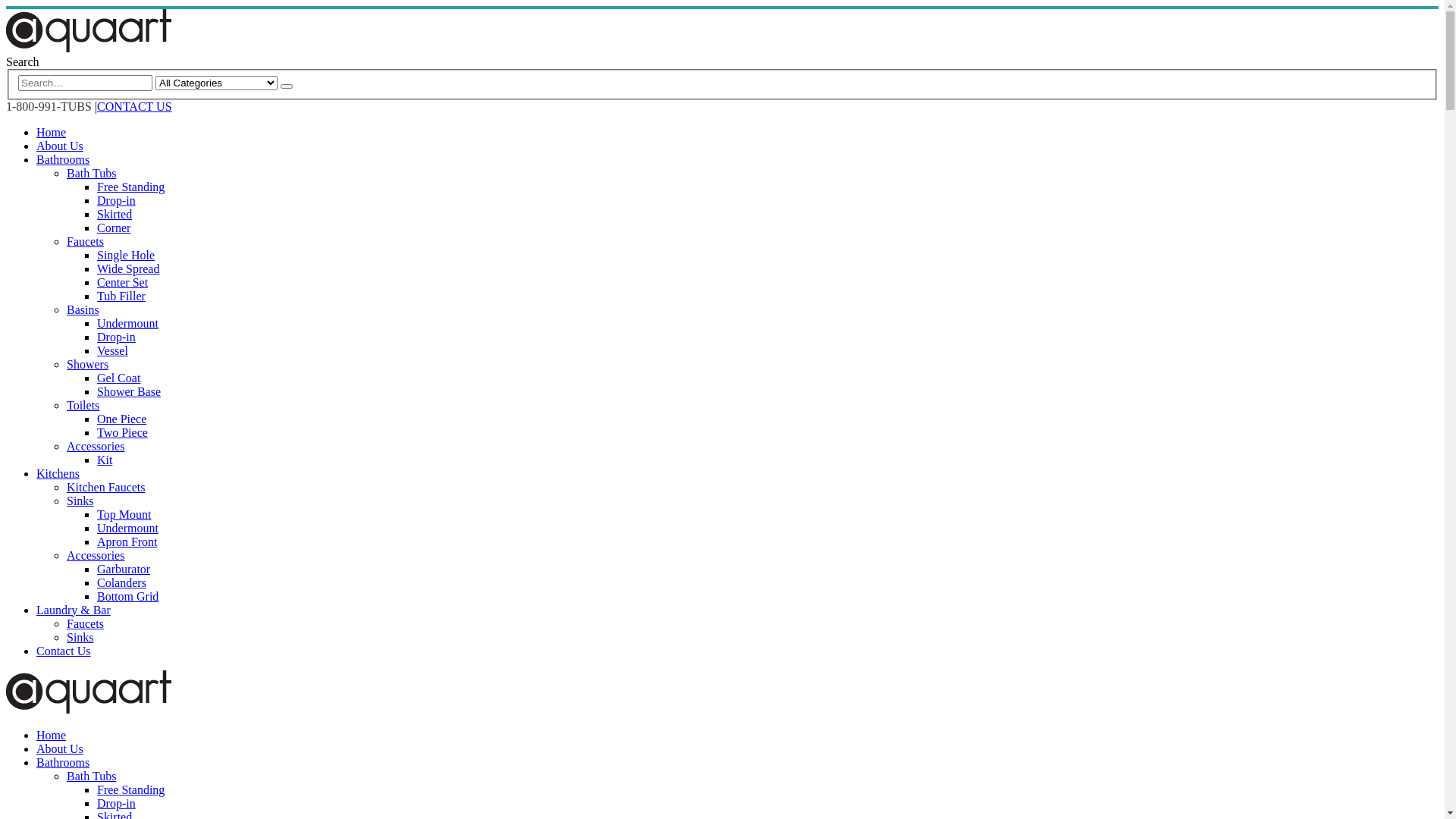 The height and width of the screenshot is (819, 1456). Describe the element at coordinates (118, 377) in the screenshot. I see `'Gel Coat'` at that location.